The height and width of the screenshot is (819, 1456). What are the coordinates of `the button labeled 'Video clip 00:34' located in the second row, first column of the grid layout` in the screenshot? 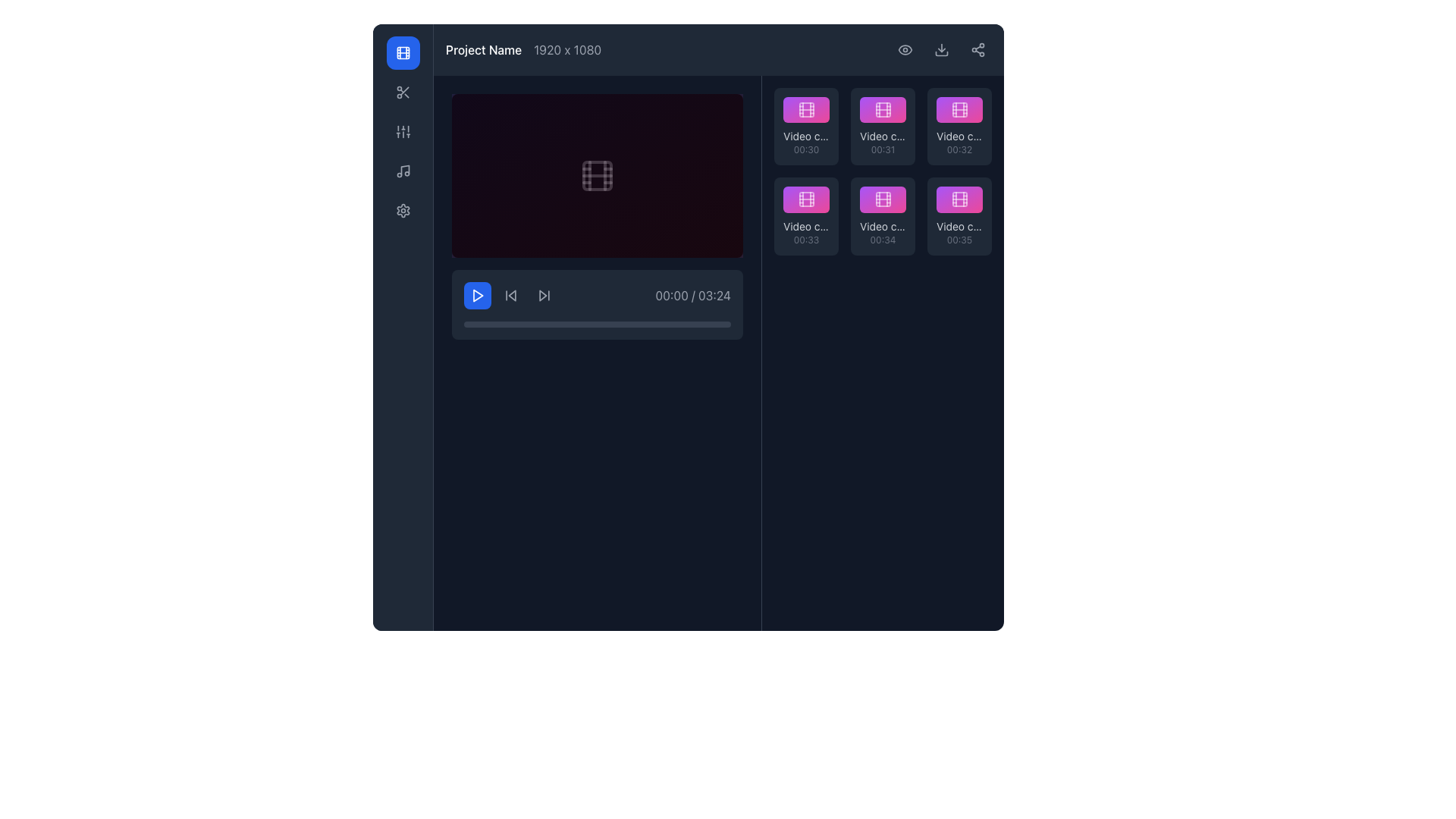 It's located at (883, 199).